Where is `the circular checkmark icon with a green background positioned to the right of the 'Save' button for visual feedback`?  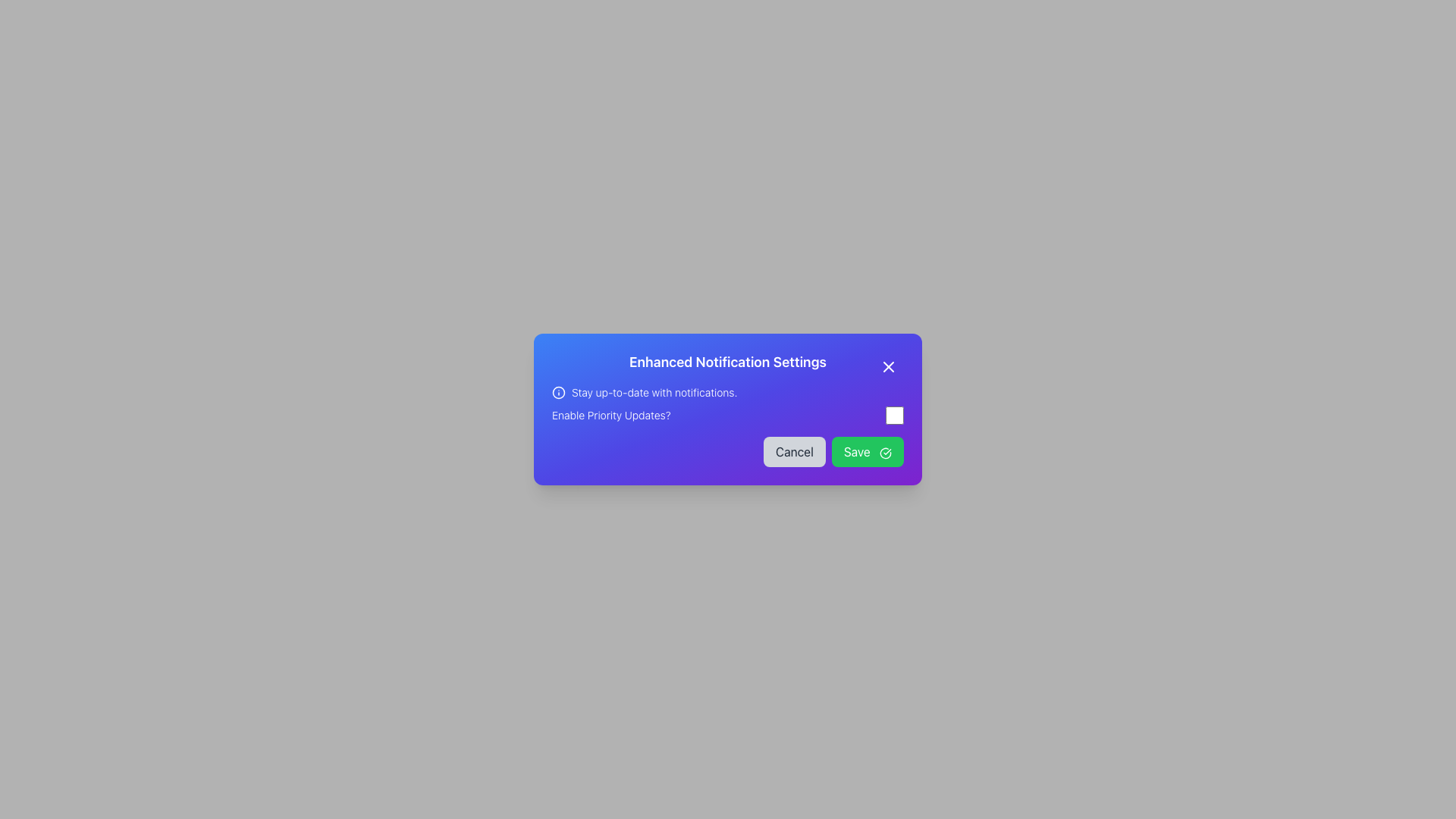 the circular checkmark icon with a green background positioned to the right of the 'Save' button for visual feedback is located at coordinates (885, 452).